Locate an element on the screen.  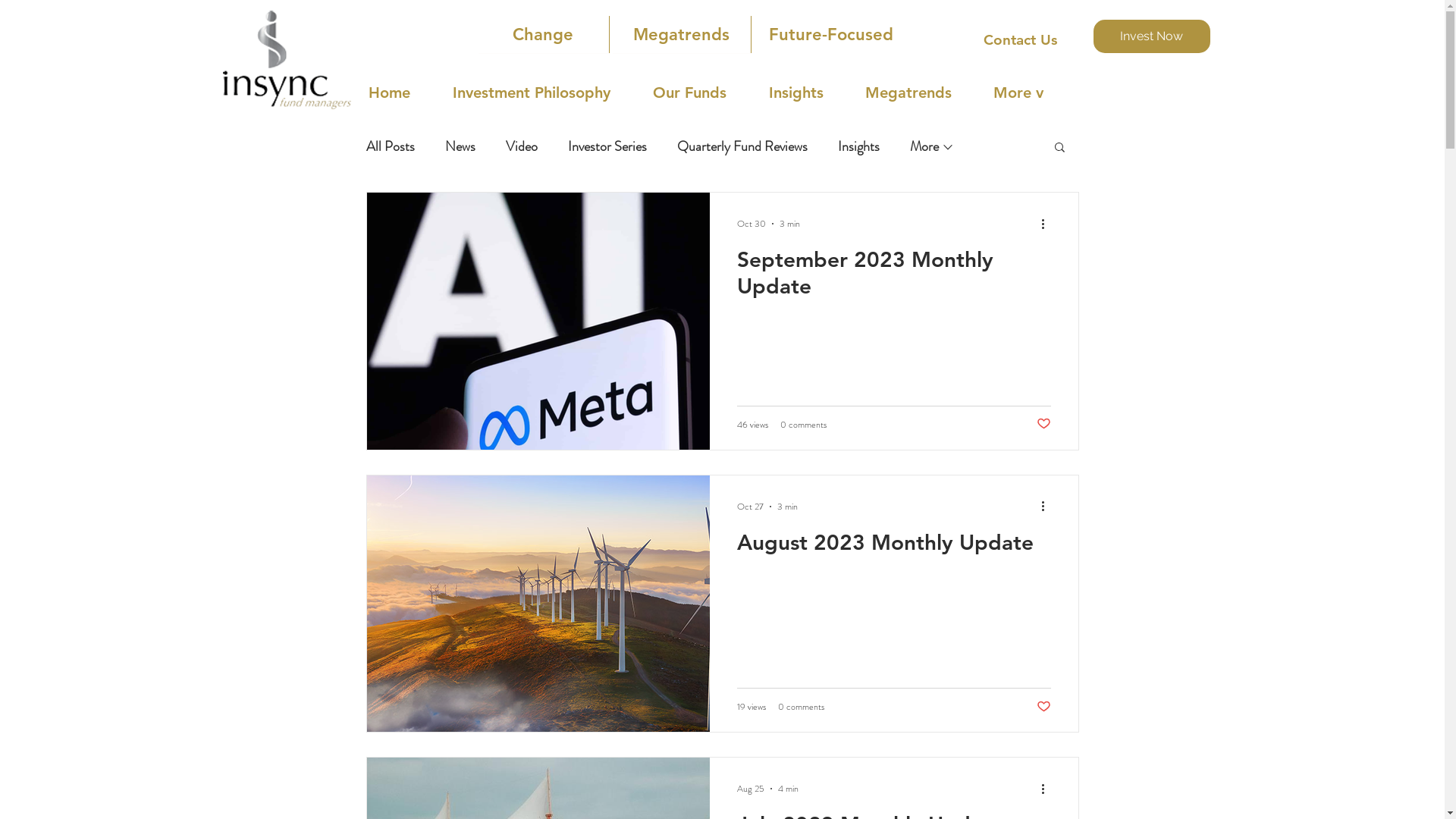
'Our Funds' is located at coordinates (701, 93).